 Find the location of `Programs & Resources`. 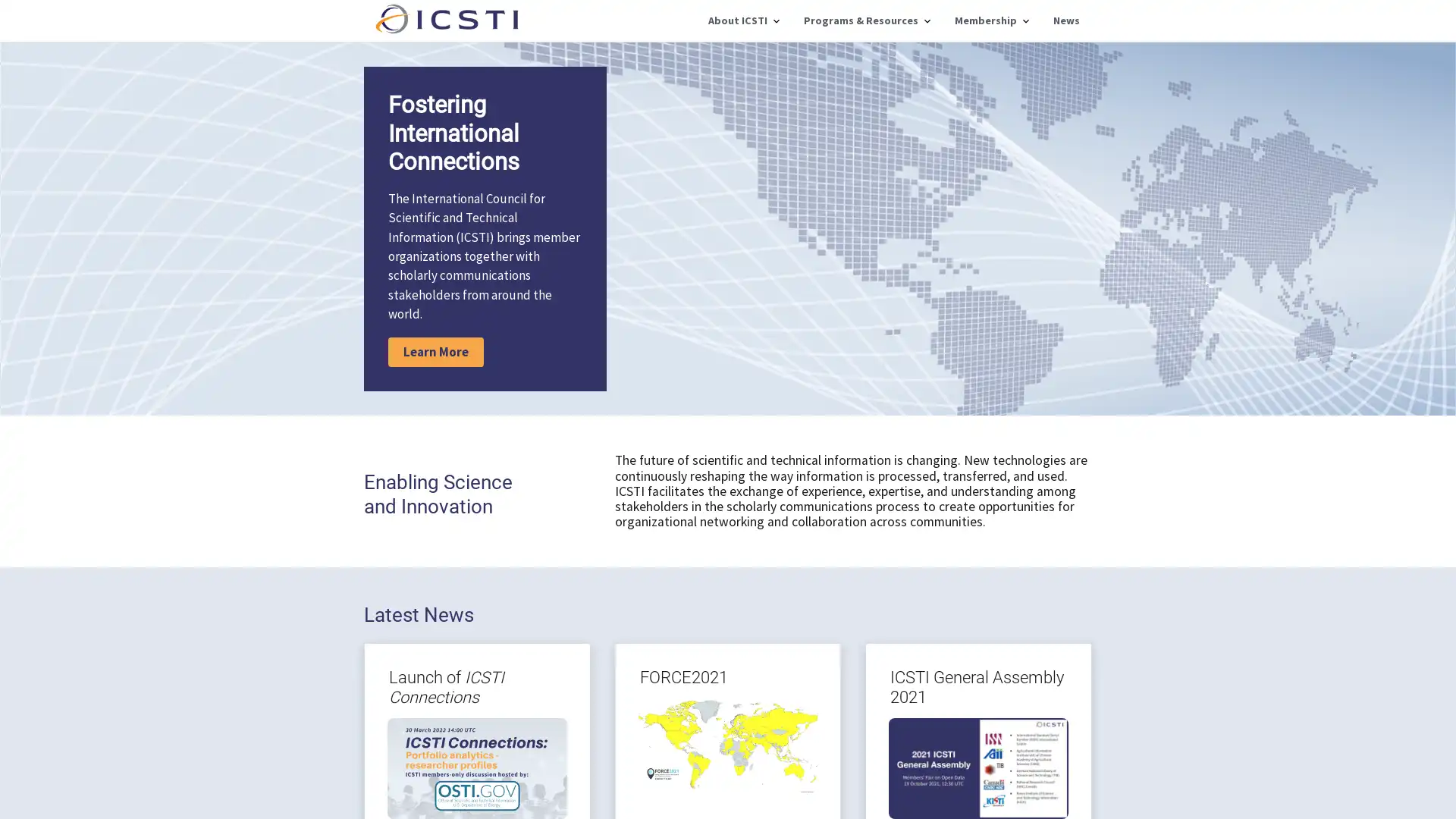

Programs & Resources is located at coordinates (867, 20).